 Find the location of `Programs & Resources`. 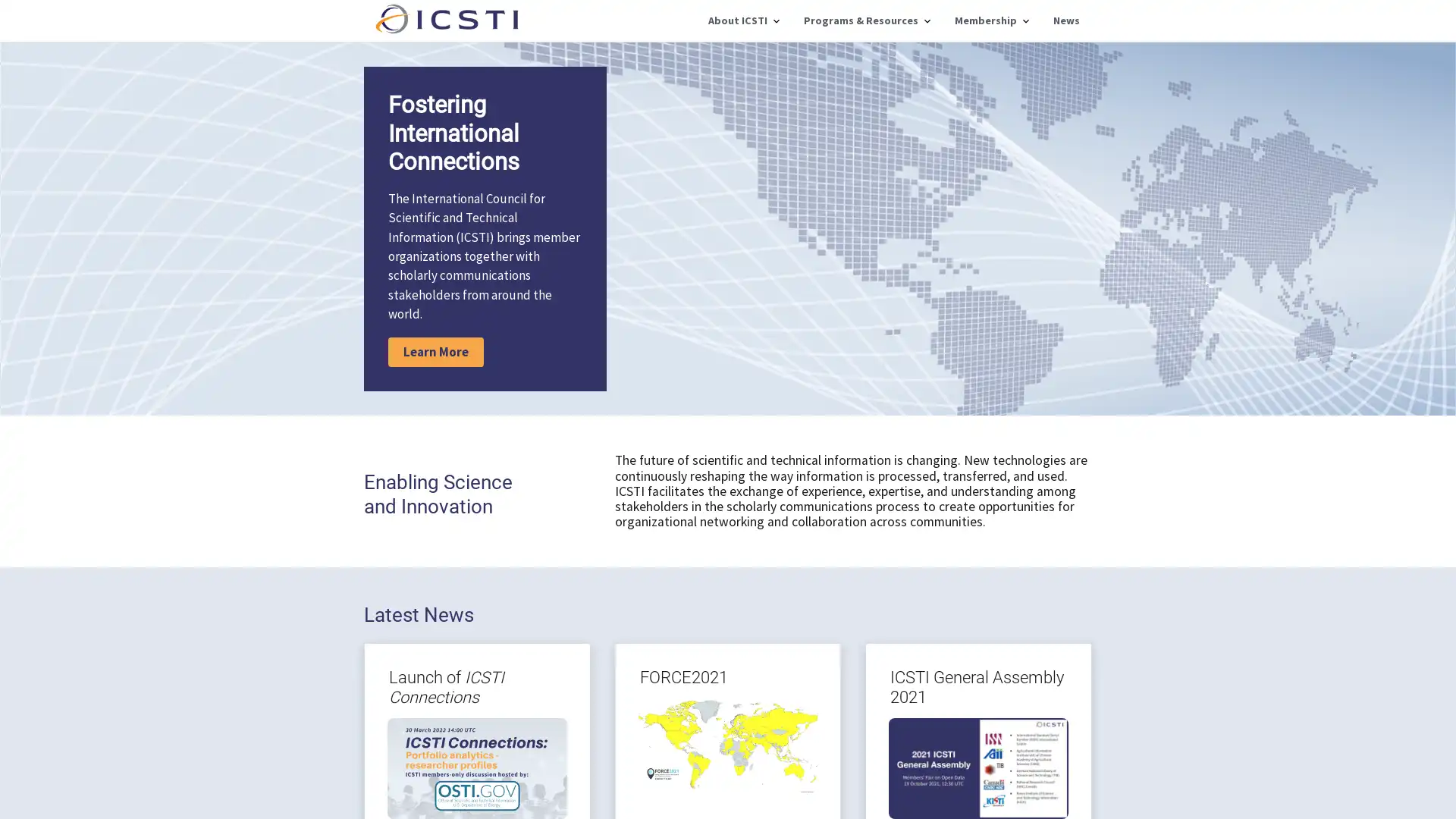

Programs & Resources is located at coordinates (867, 20).